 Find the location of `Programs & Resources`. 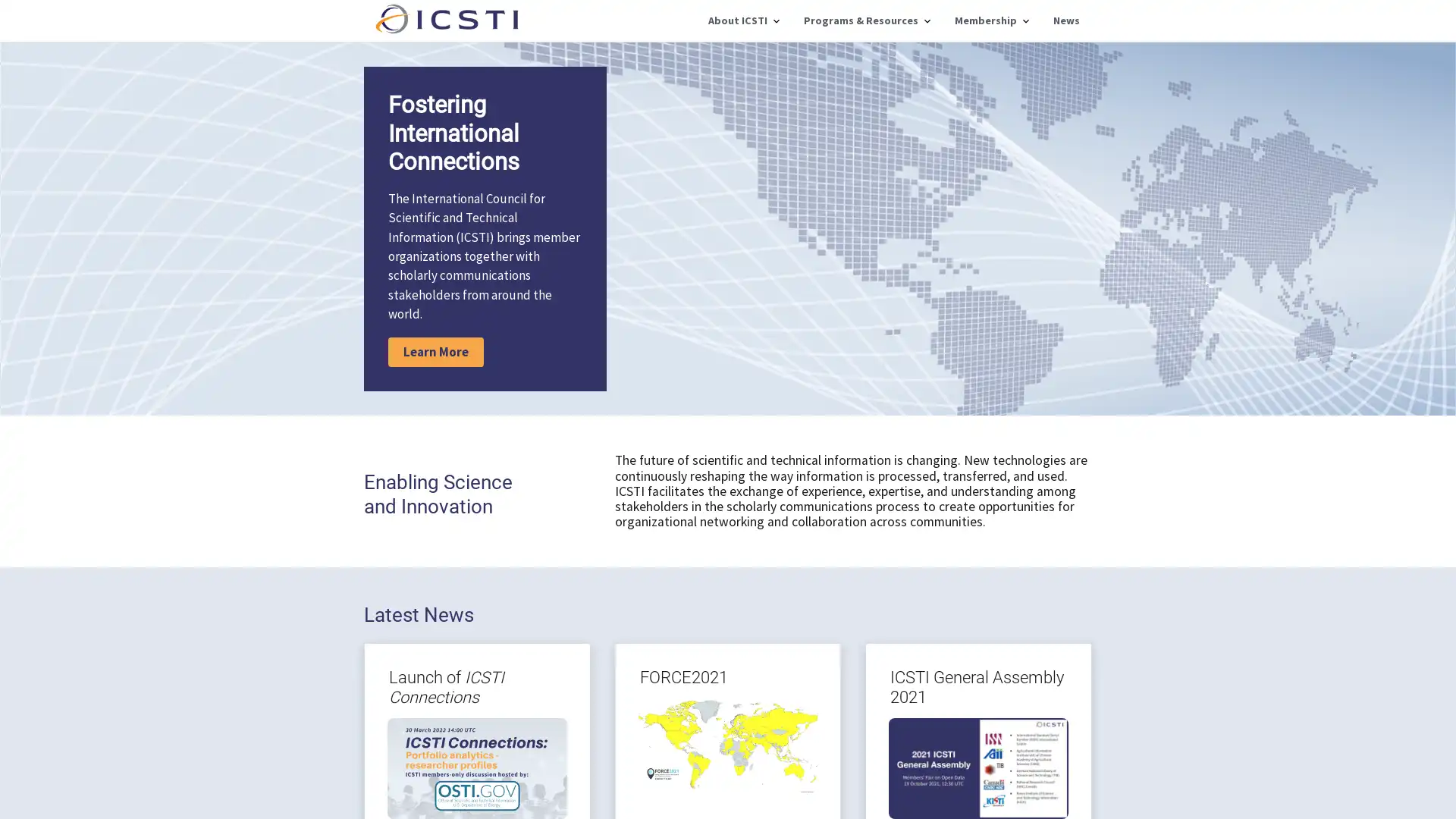

Programs & Resources is located at coordinates (867, 20).